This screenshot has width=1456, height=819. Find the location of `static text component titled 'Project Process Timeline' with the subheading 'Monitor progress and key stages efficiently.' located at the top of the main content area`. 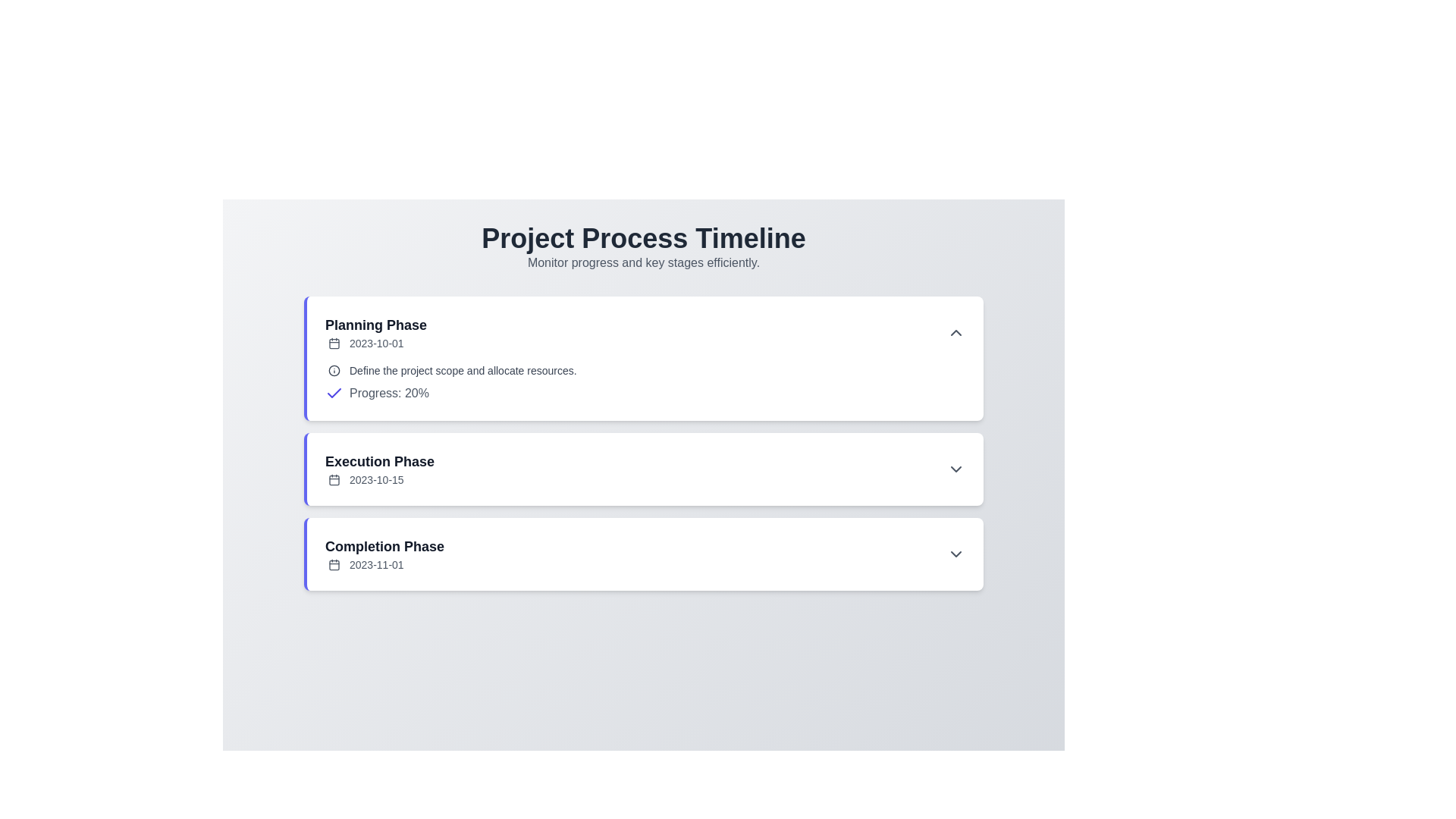

static text component titled 'Project Process Timeline' with the subheading 'Monitor progress and key stages efficiently.' located at the top of the main content area is located at coordinates (644, 247).